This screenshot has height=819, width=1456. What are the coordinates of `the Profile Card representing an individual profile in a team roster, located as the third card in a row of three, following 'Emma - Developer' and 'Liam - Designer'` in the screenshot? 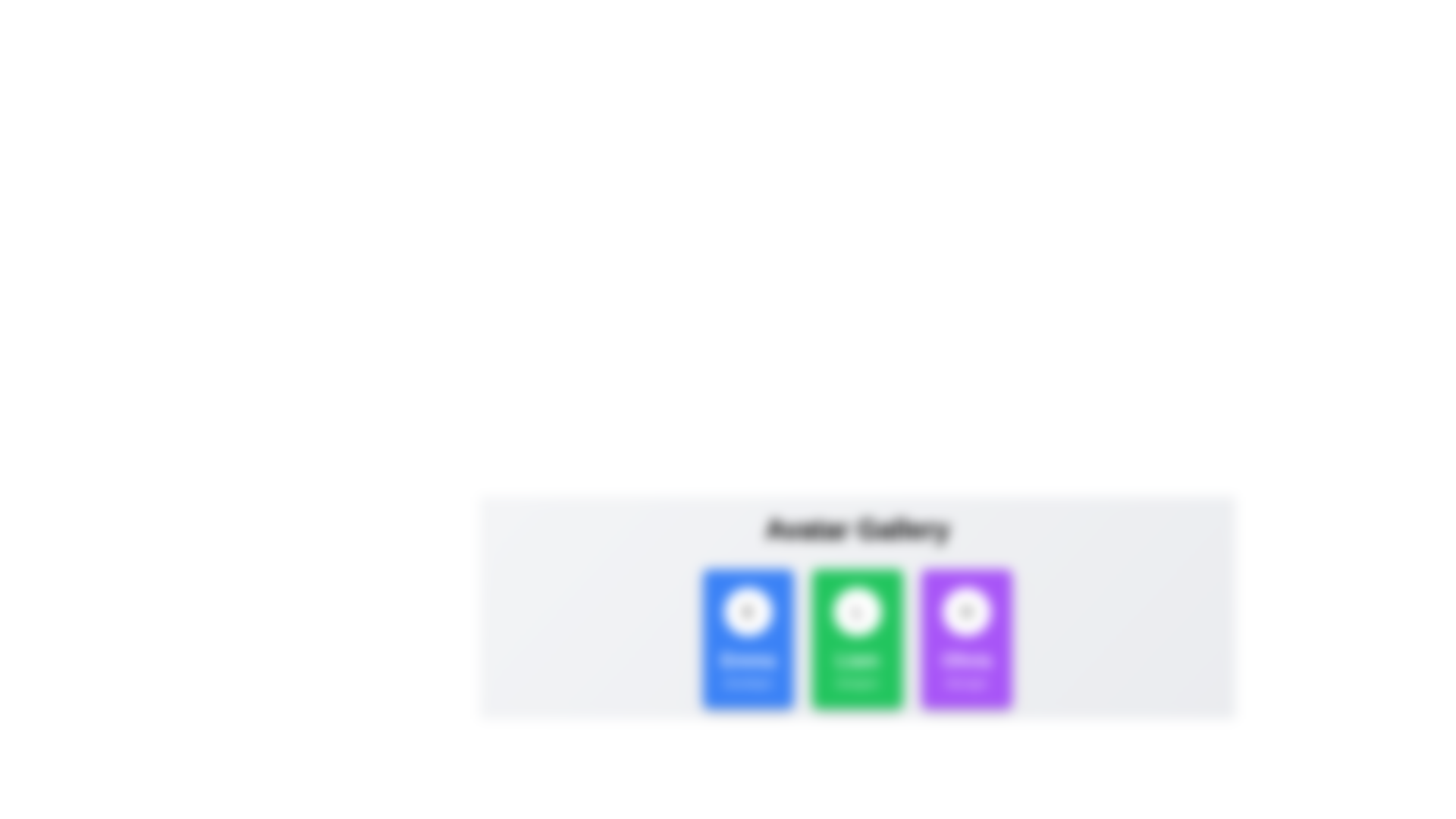 It's located at (966, 639).